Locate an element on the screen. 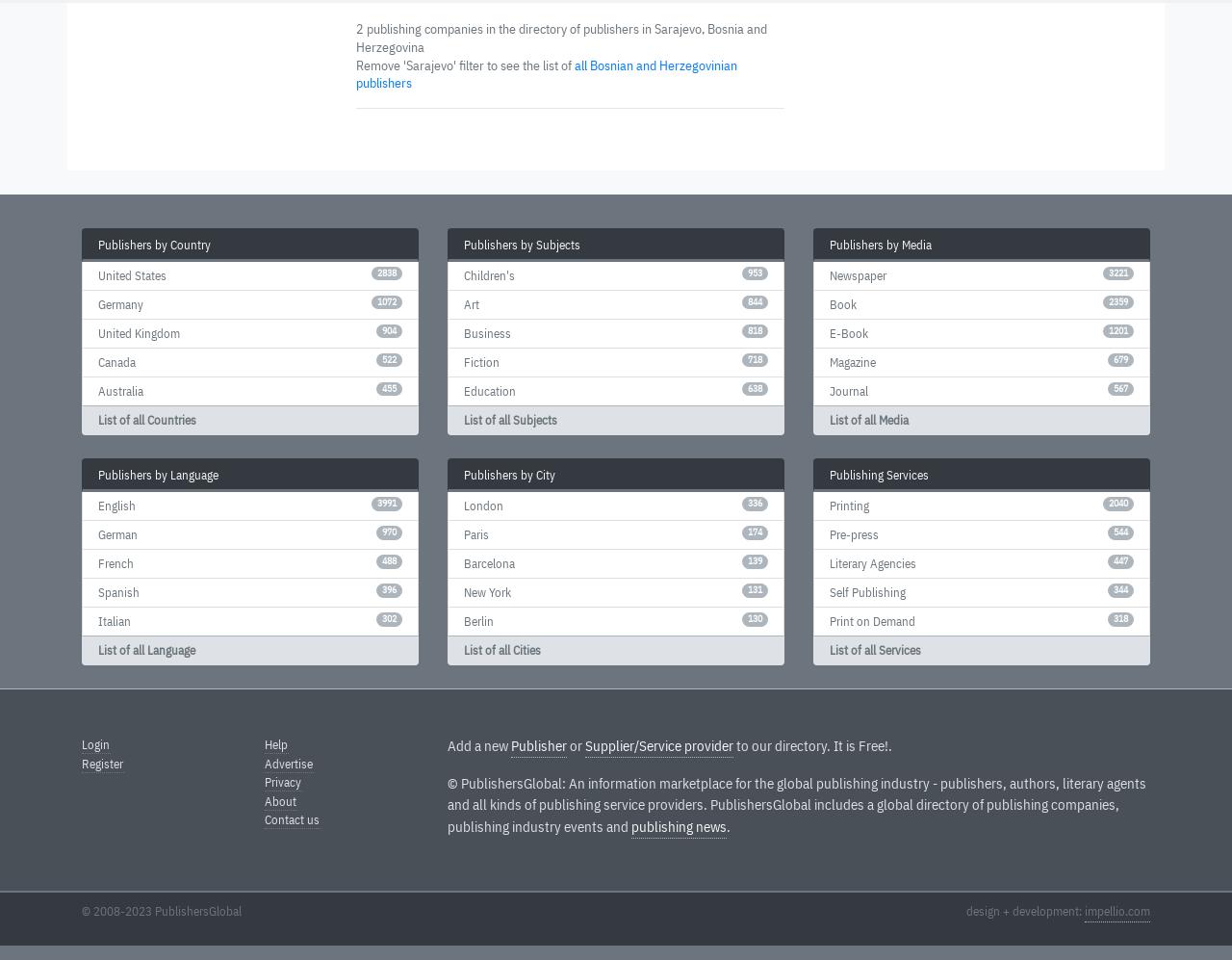  'Business' is located at coordinates (486, 331).